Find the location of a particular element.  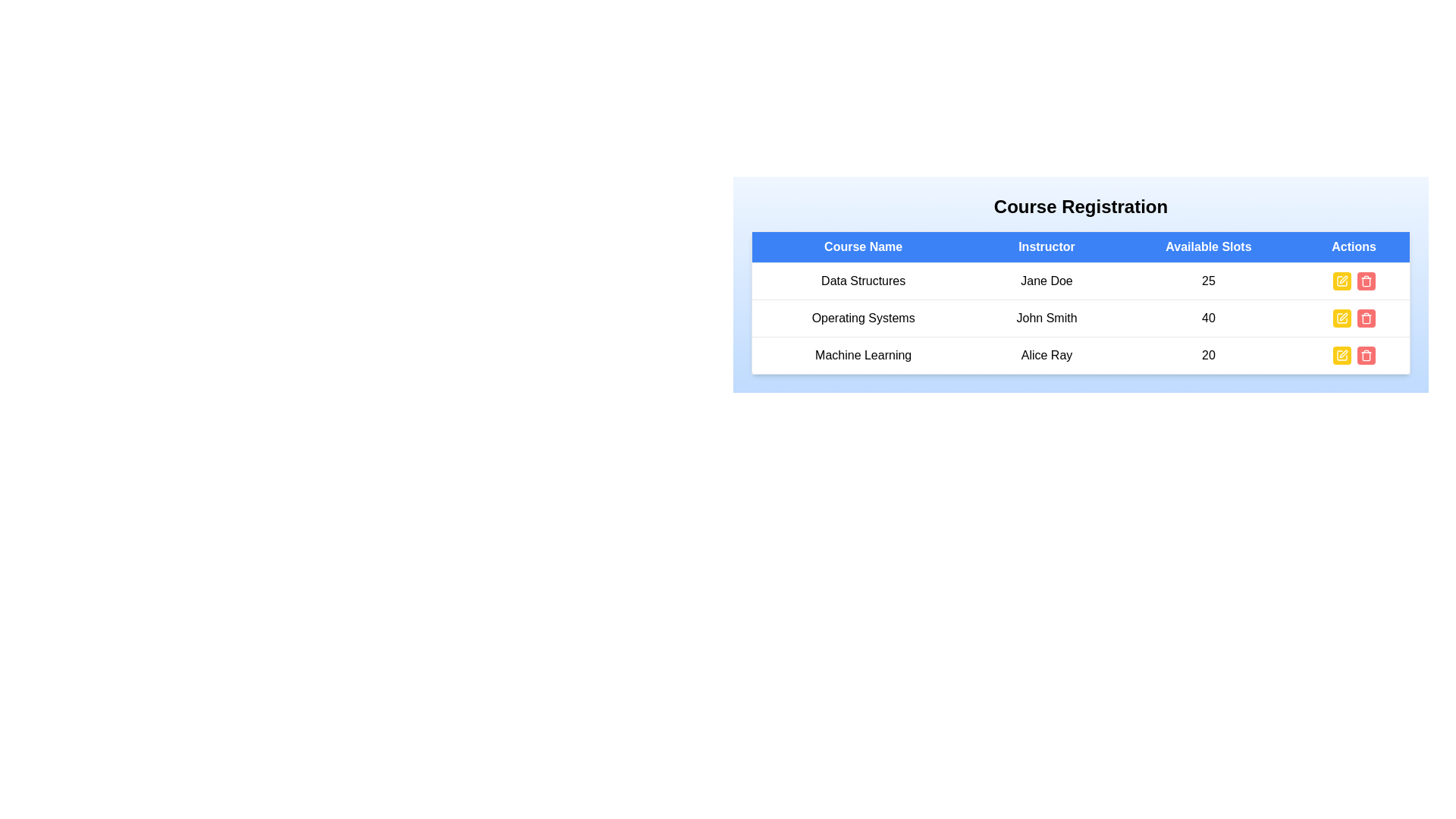

the header column 'Instructor' to sort the table by that column is located at coordinates (1046, 246).